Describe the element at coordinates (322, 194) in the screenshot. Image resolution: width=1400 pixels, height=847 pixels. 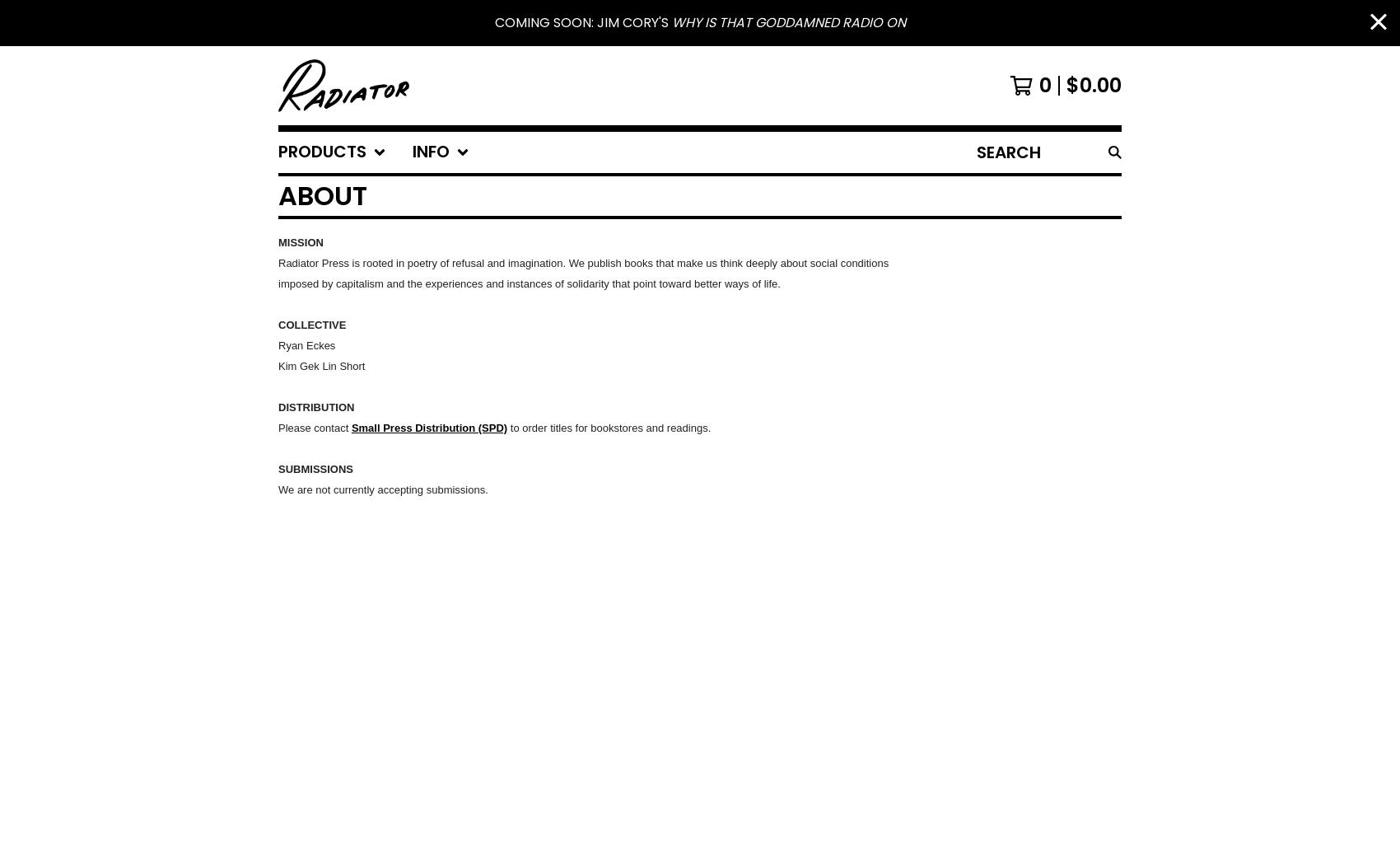
I see `'About'` at that location.